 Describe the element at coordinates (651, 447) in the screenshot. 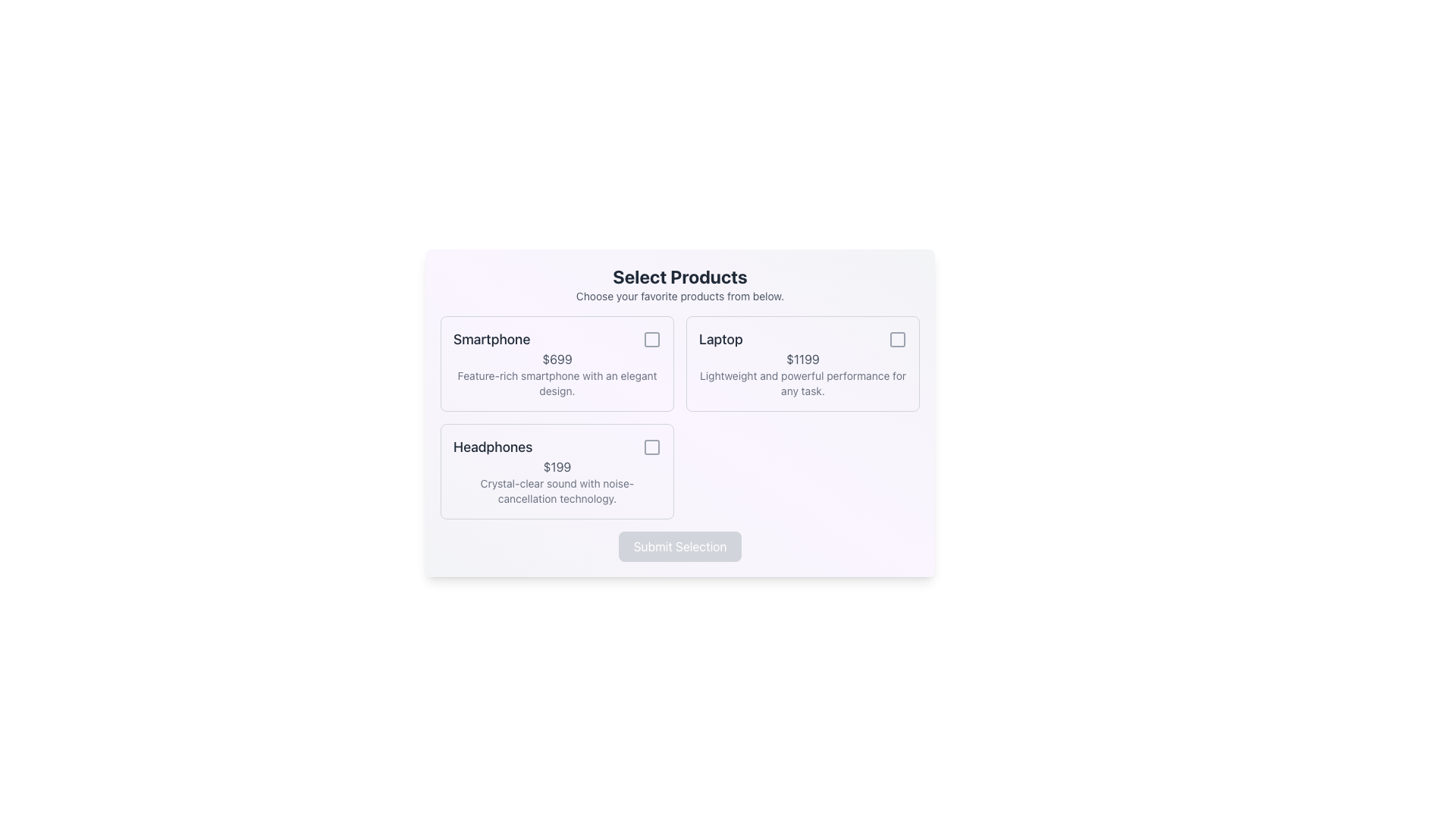

I see `the appearance of the SVG shape within the 'Headphones' product tile, located to the far right of the selection box, adjacent to the price and feature description text` at that location.